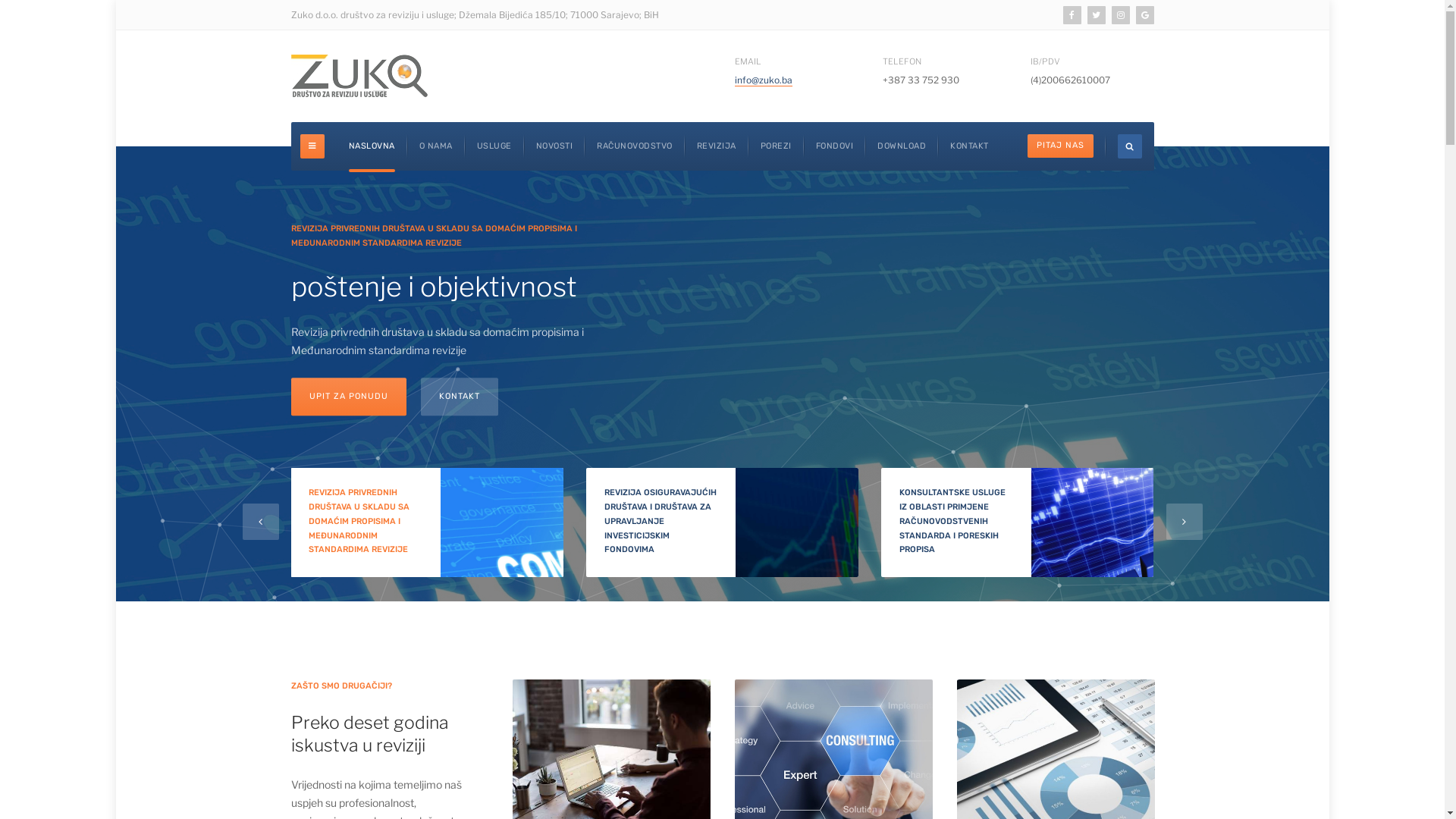 The width and height of the screenshot is (1456, 819). Describe the element at coordinates (359, 76) in the screenshot. I see `'www.zuko.ba'` at that location.